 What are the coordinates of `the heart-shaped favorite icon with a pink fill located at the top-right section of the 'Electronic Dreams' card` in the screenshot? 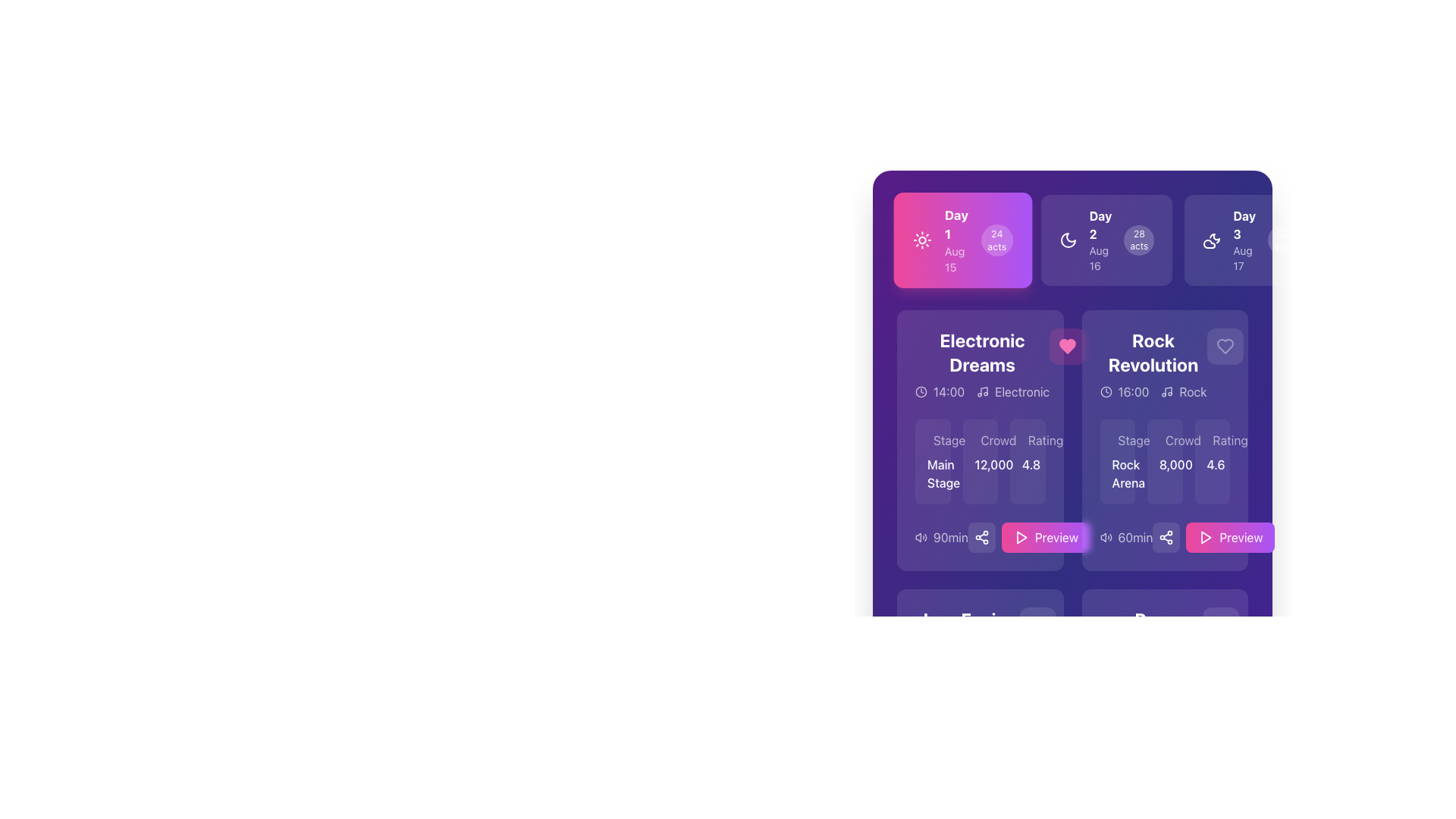 It's located at (1067, 346).